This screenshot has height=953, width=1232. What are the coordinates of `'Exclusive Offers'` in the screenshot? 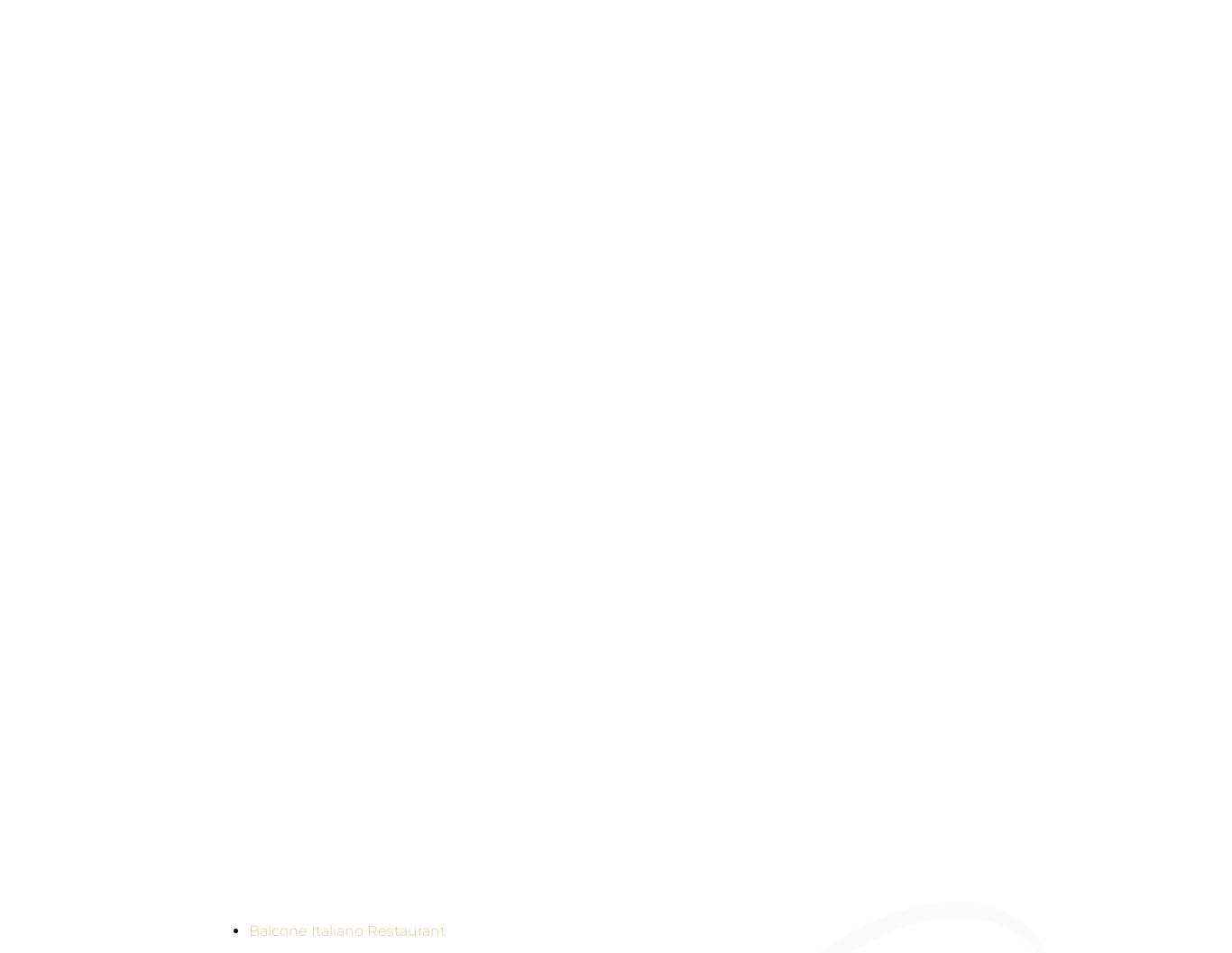 It's located at (366, 780).